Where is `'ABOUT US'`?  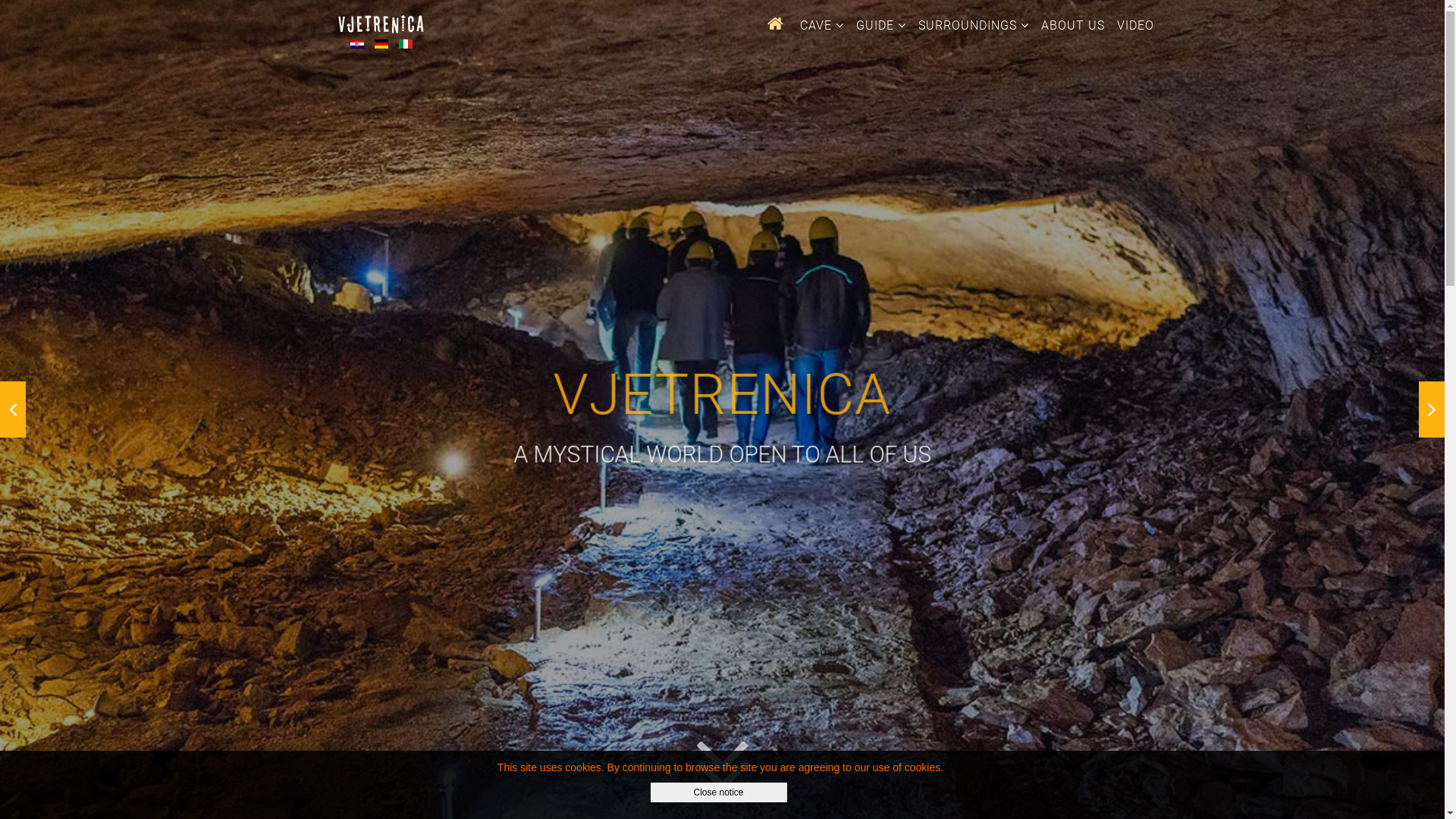
'ABOUT US' is located at coordinates (1072, 25).